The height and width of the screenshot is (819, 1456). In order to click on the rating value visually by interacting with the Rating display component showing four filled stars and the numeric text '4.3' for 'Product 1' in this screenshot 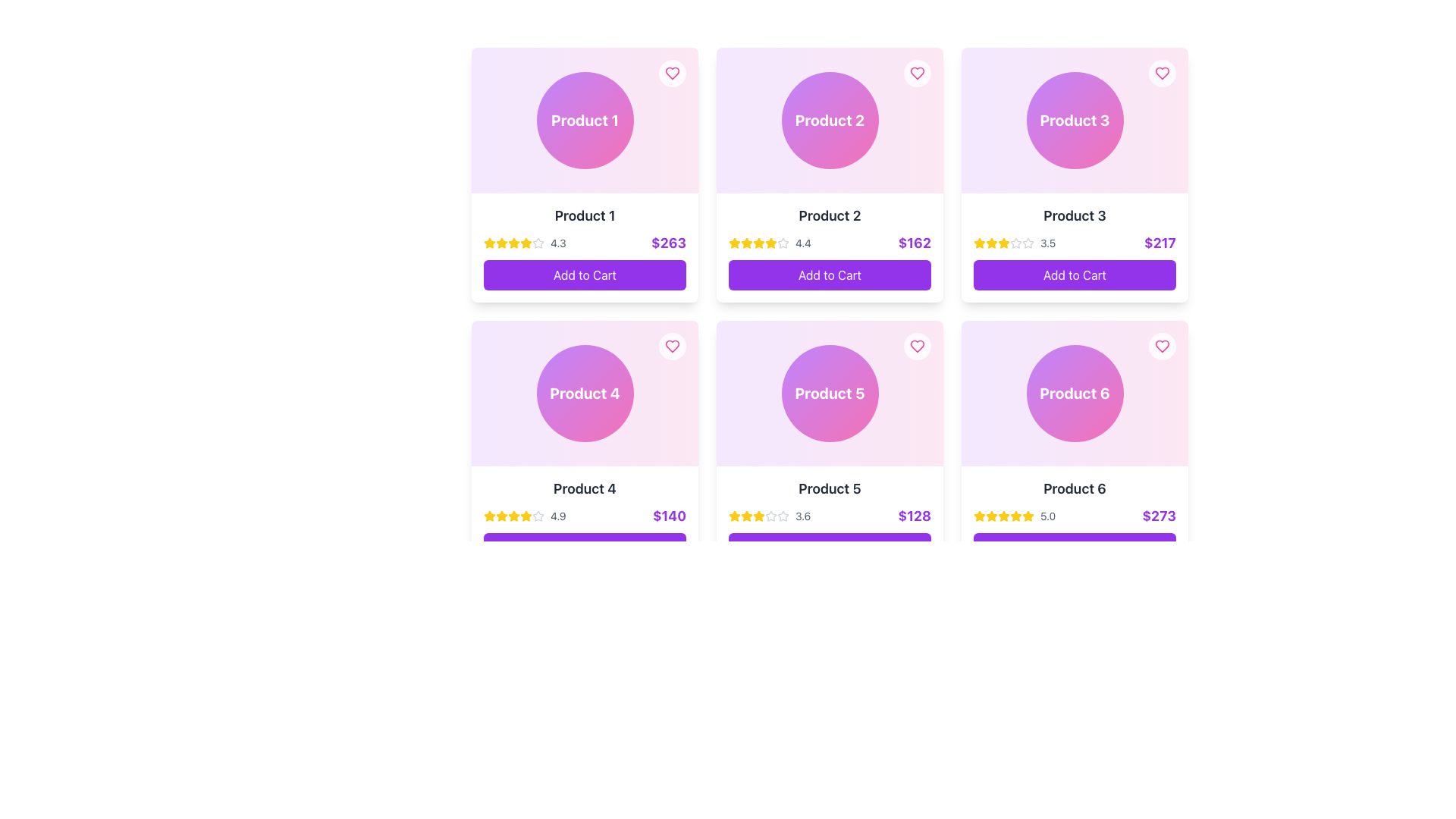, I will do `click(525, 242)`.